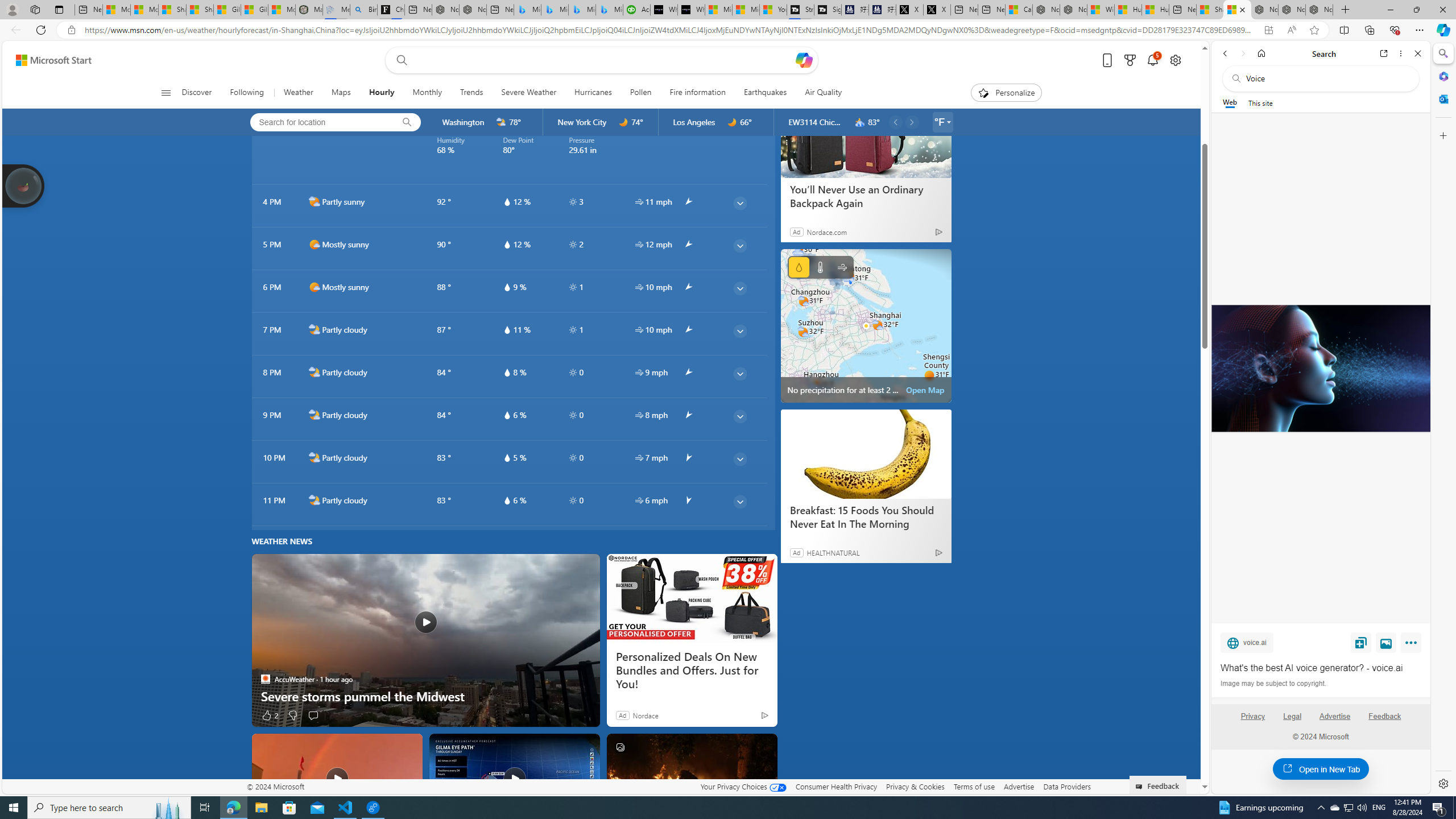 The width and height of the screenshot is (1456, 819). I want to click on 'Spectacular red sky and rainbow light up Golden Valley sky', so click(336, 777).